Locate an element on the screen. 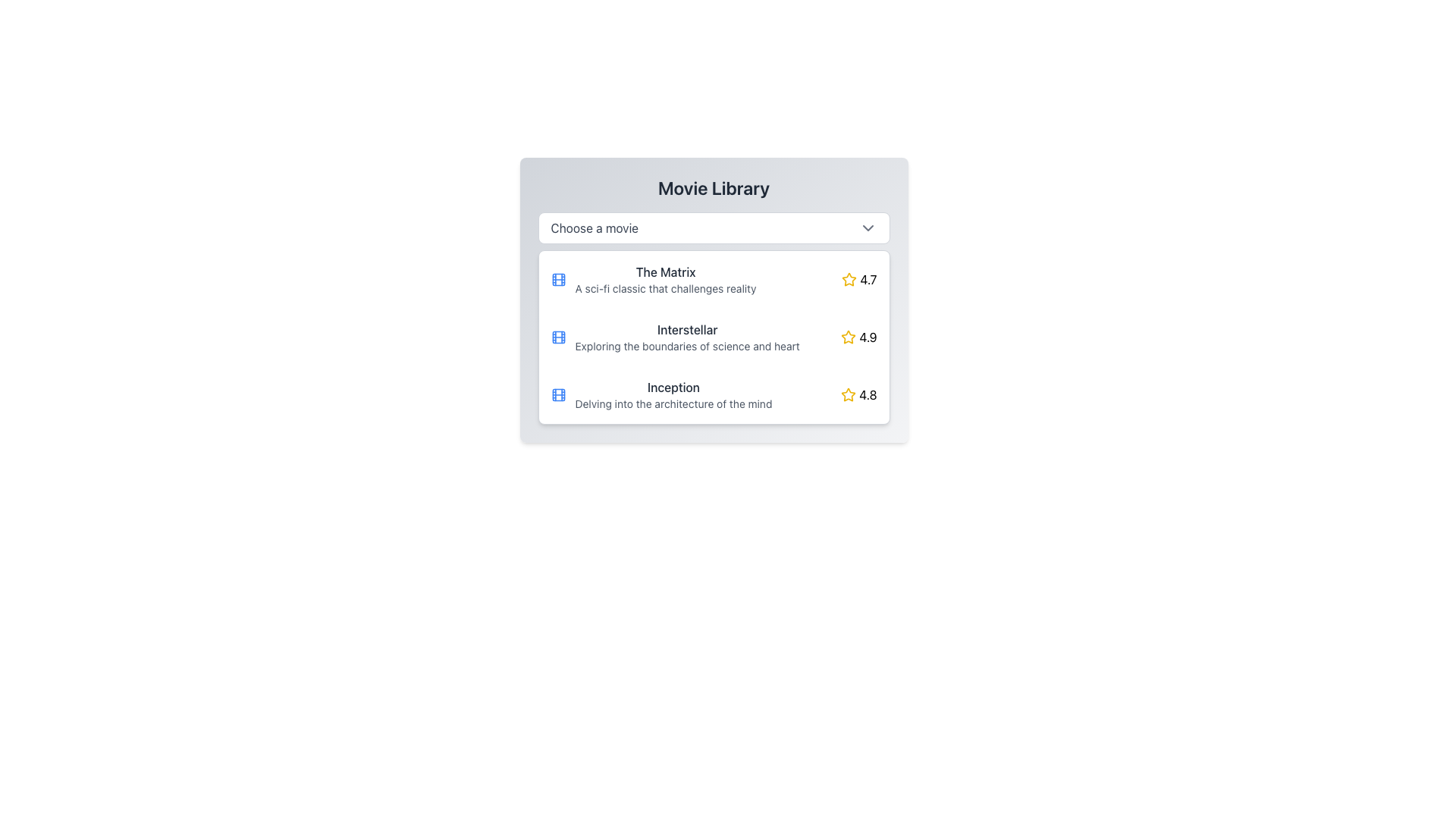 Image resolution: width=1456 pixels, height=819 pixels. the movie category icon located directly to the left of the text 'Inception' in the third row of the movie list is located at coordinates (557, 394).